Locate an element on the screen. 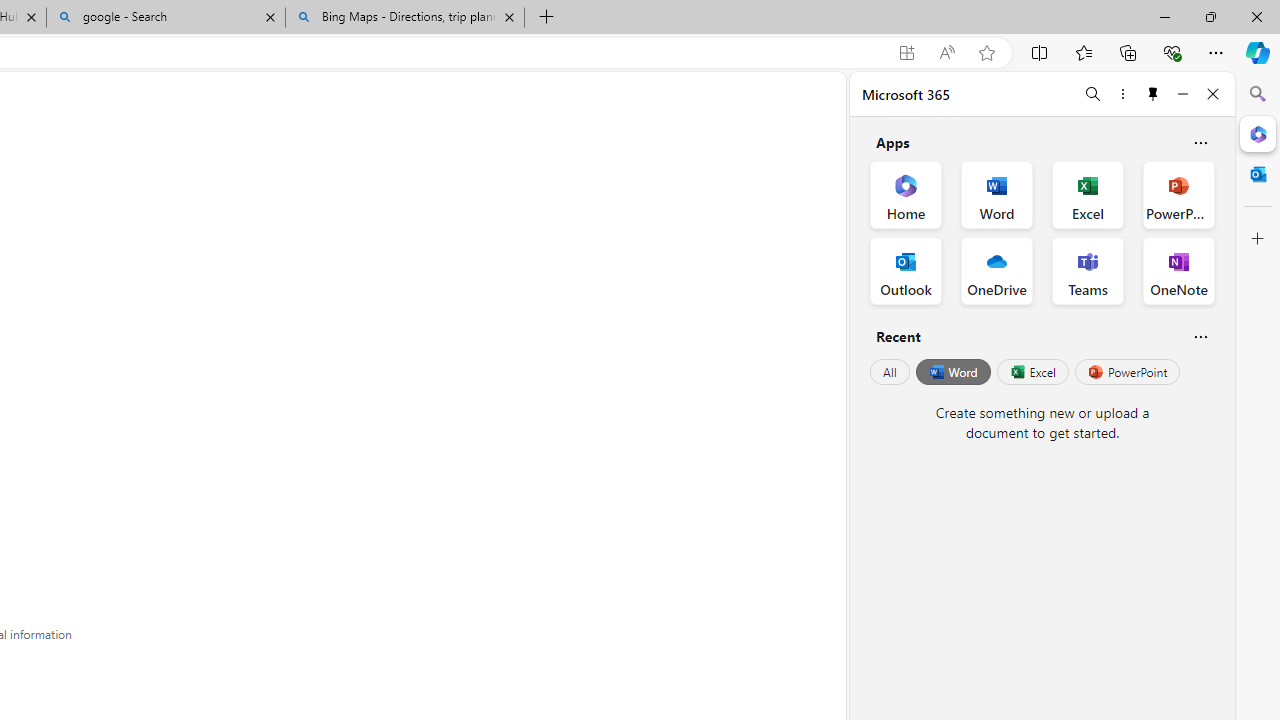  'Customize' is located at coordinates (1257, 238).